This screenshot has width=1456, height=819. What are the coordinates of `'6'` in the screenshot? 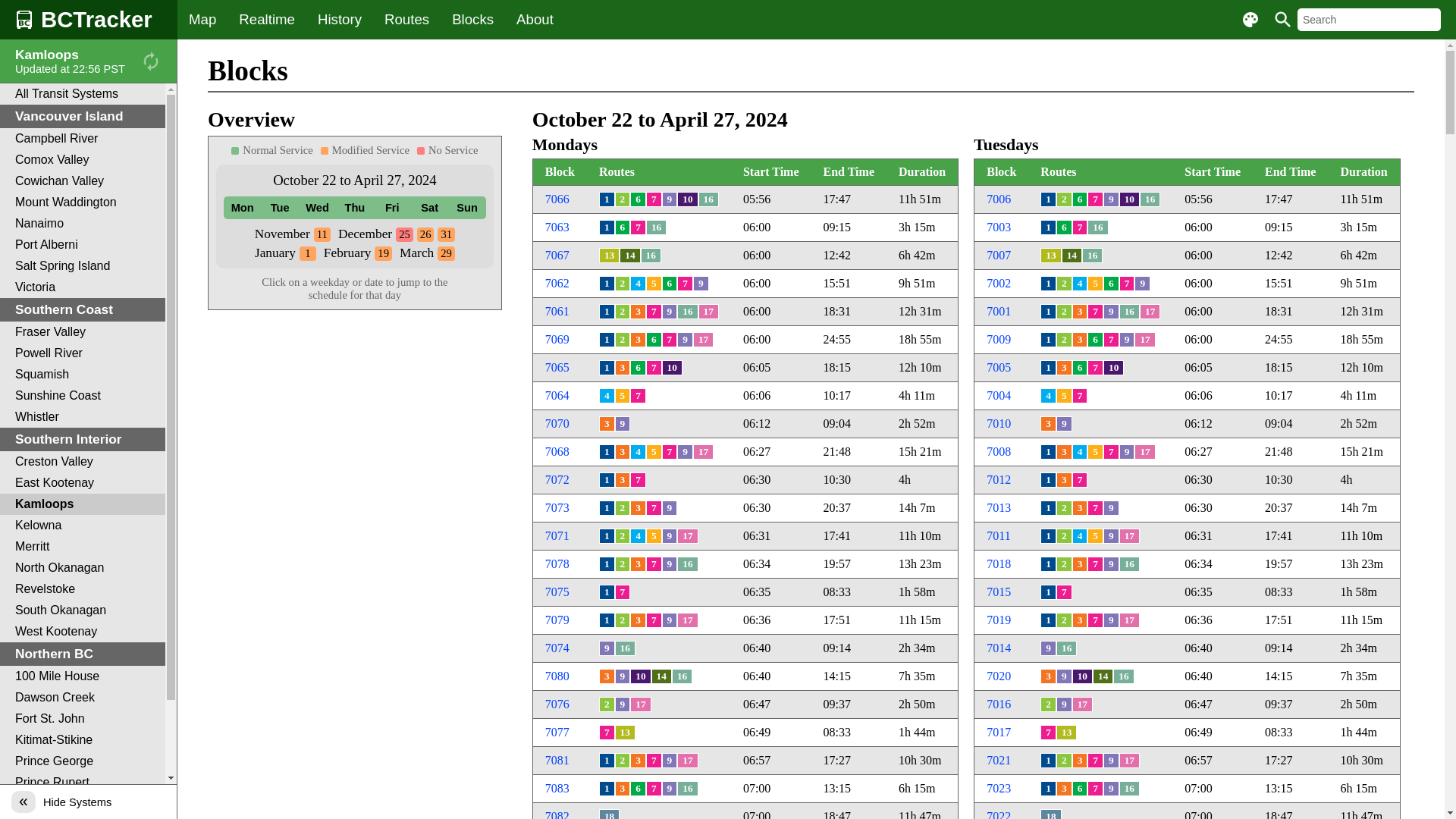 It's located at (638, 368).